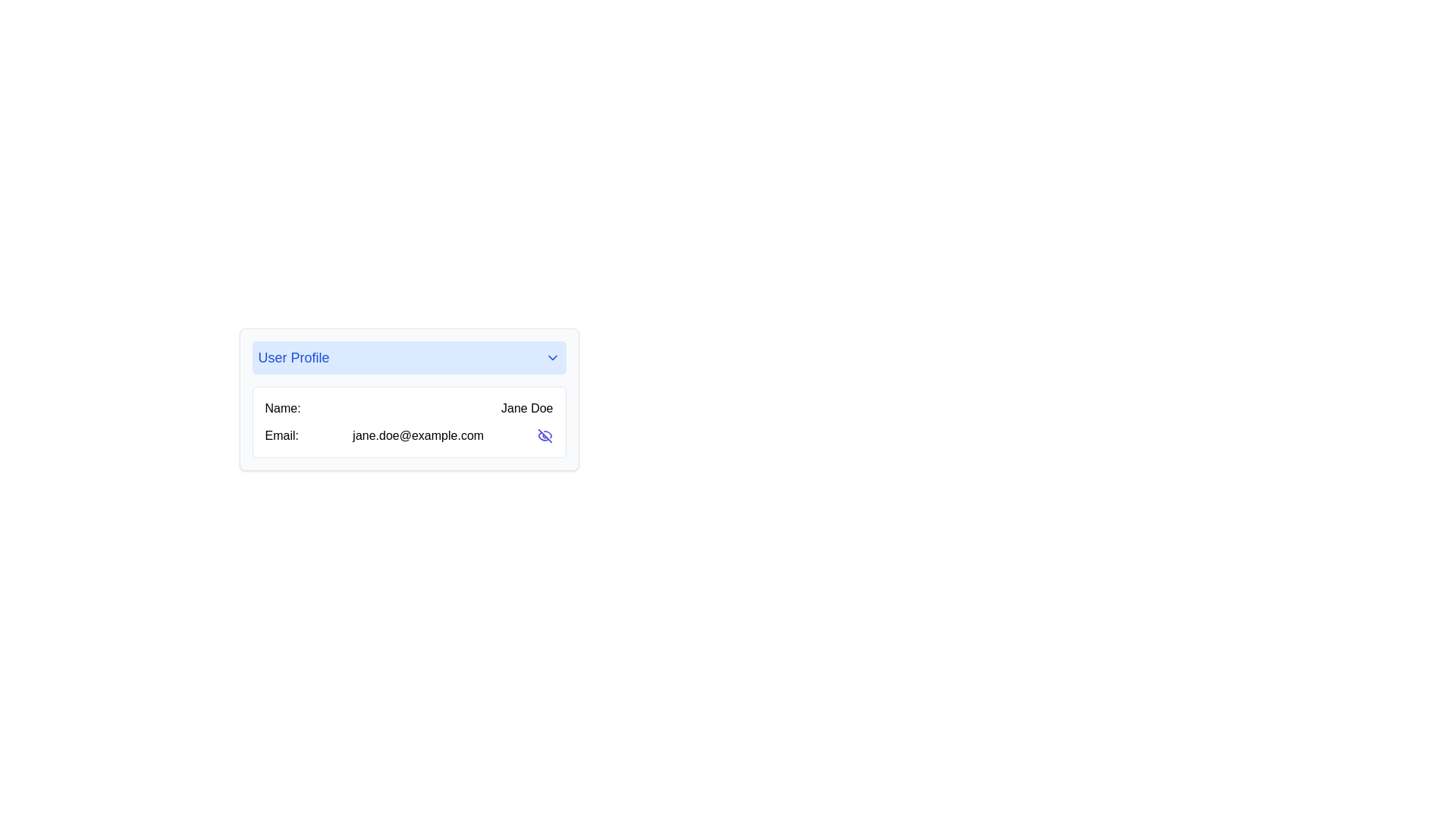  Describe the element at coordinates (418, 435) in the screenshot. I see `the text label displaying the email address 'jane.doe@example.com', which is located next to the label 'Email:' in the user profile card` at that location.